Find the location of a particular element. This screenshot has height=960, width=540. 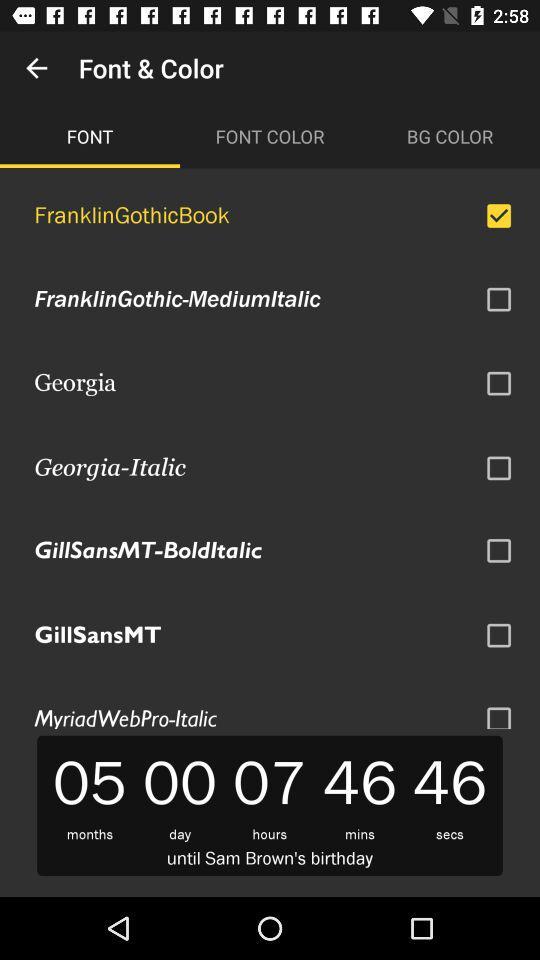

the item above the font item is located at coordinates (36, 68).